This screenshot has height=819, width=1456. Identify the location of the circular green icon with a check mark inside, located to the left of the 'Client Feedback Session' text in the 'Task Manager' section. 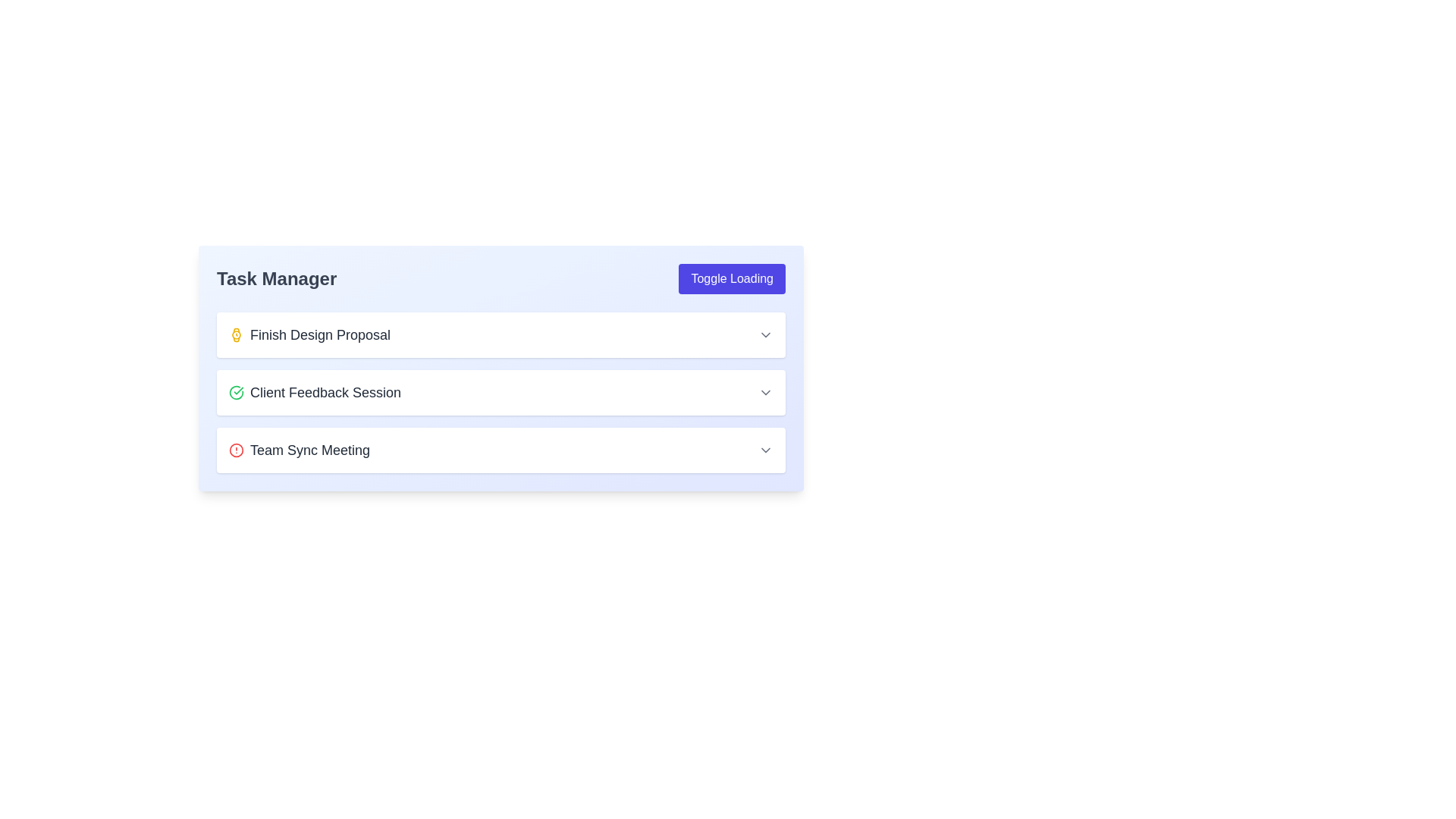
(236, 391).